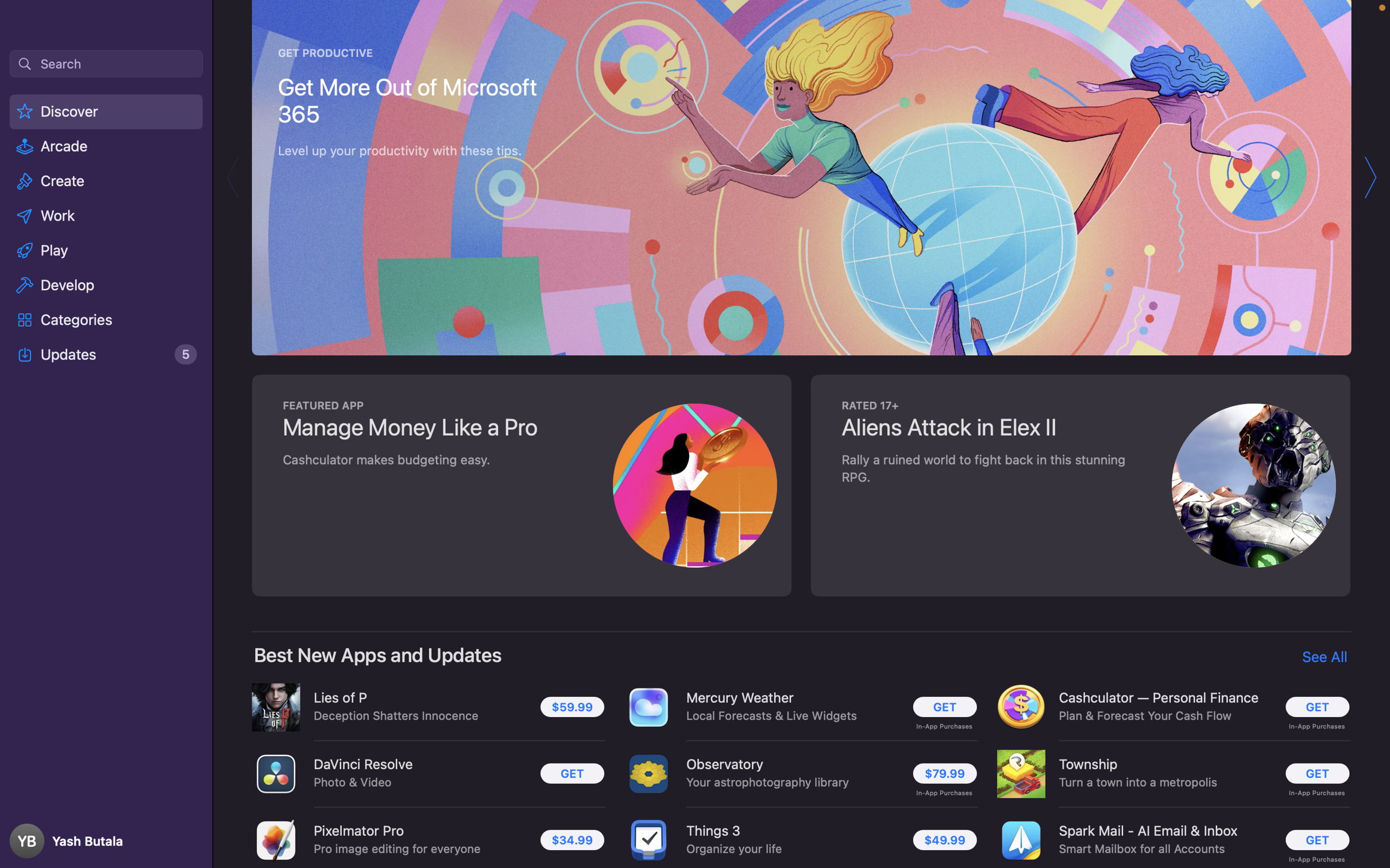 Image resolution: width=1390 pixels, height=868 pixels. Describe the element at coordinates (106, 214) in the screenshot. I see `the work related applications for Mac` at that location.